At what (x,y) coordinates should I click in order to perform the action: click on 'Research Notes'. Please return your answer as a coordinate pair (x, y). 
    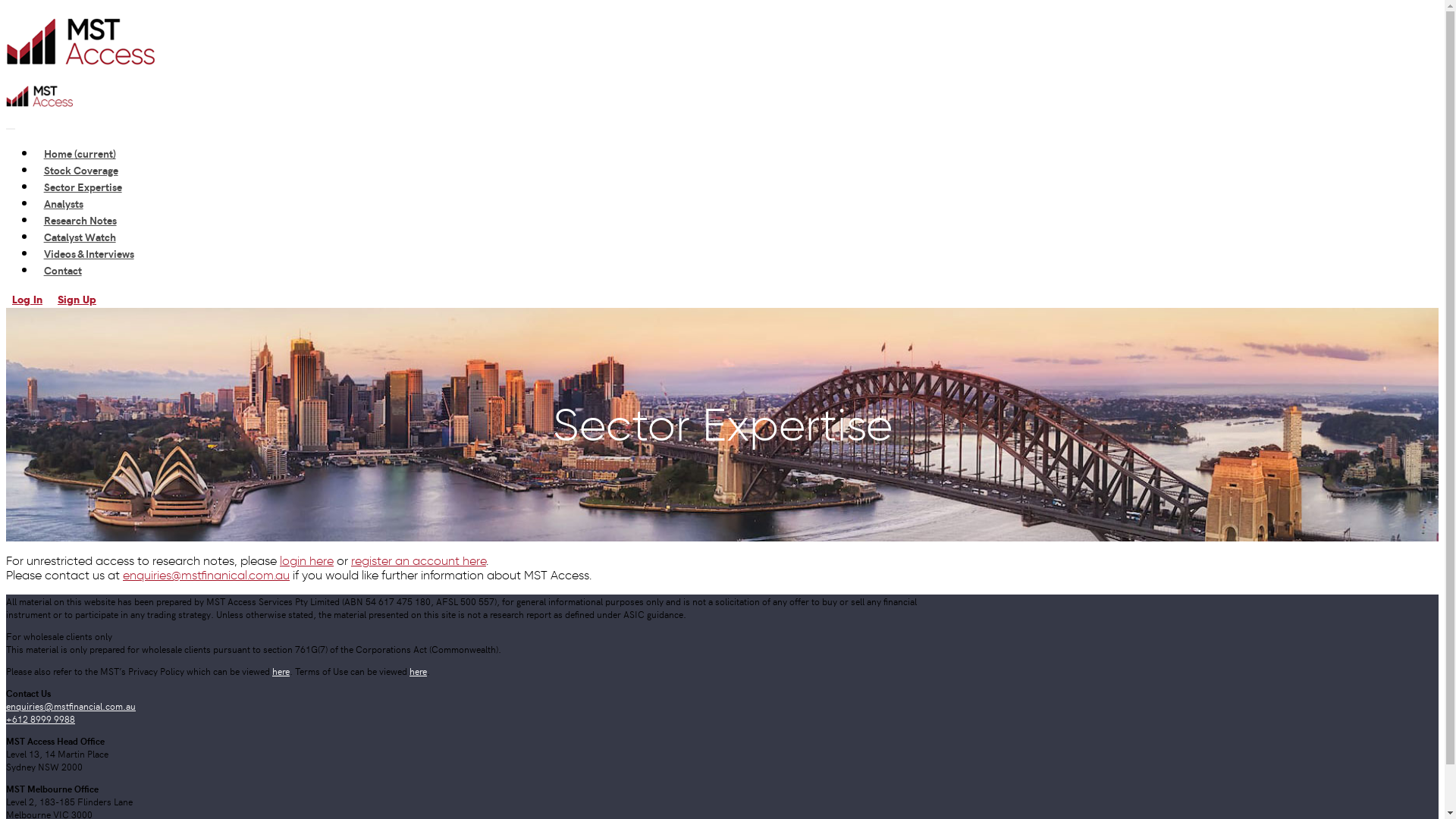
    Looking at the image, I should click on (79, 219).